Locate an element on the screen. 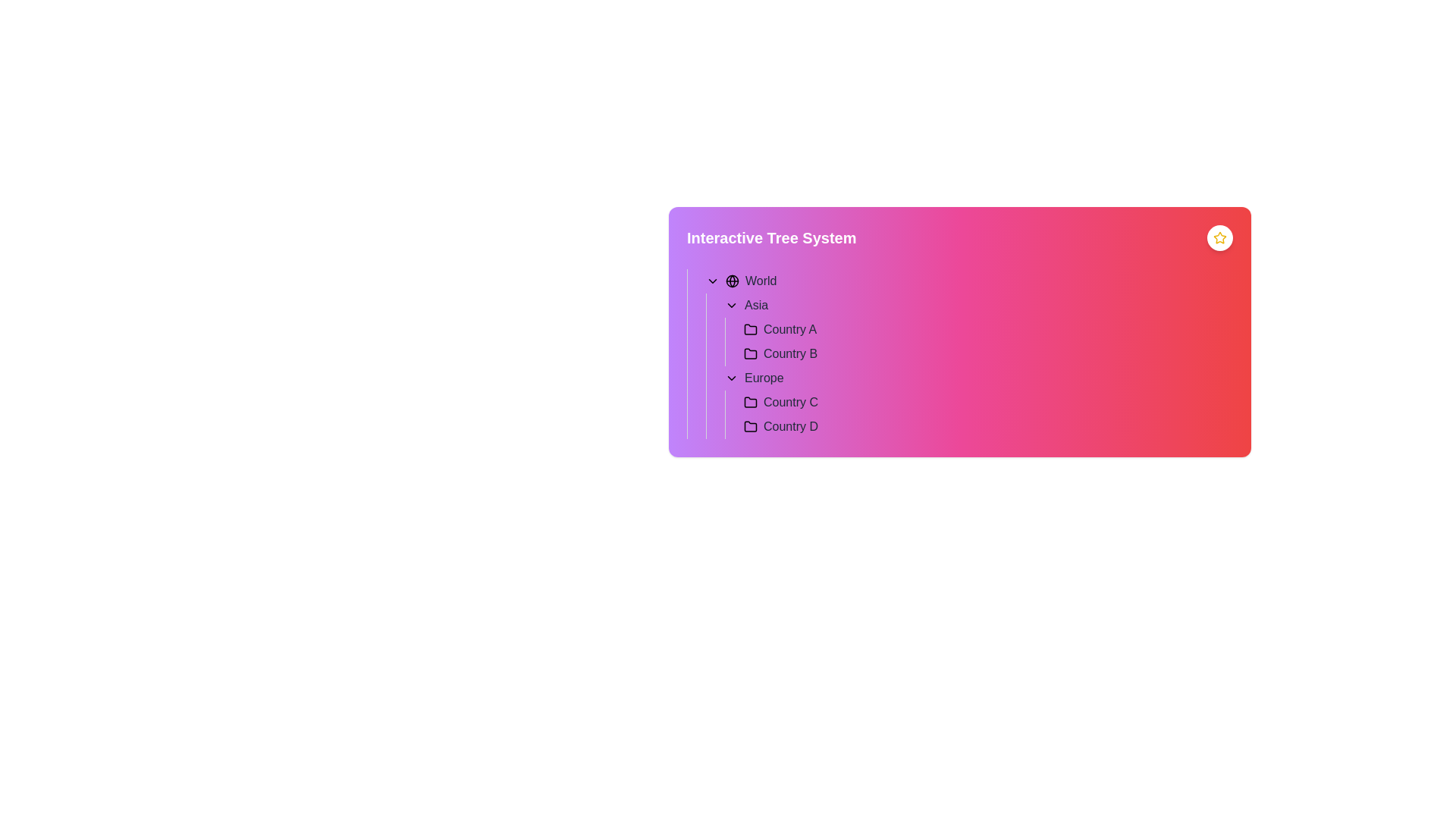  the Tree Item labeled 'Country C' that is the first entry under the 'Europe' section, styled with a gray border on the left is located at coordinates (979, 402).